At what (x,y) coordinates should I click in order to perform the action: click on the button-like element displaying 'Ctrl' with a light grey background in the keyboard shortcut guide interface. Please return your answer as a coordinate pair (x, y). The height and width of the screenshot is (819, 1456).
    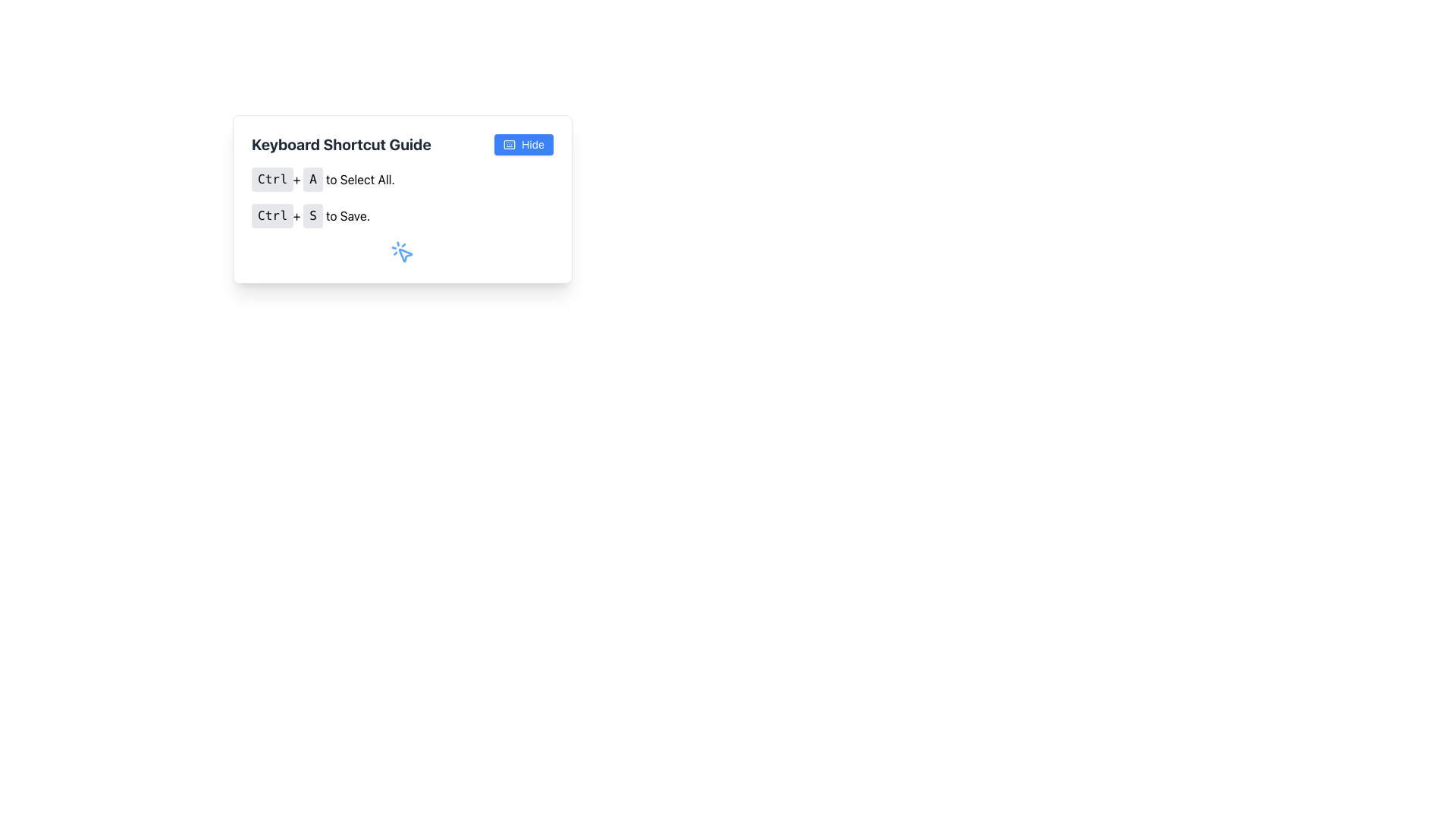
    Looking at the image, I should click on (272, 216).